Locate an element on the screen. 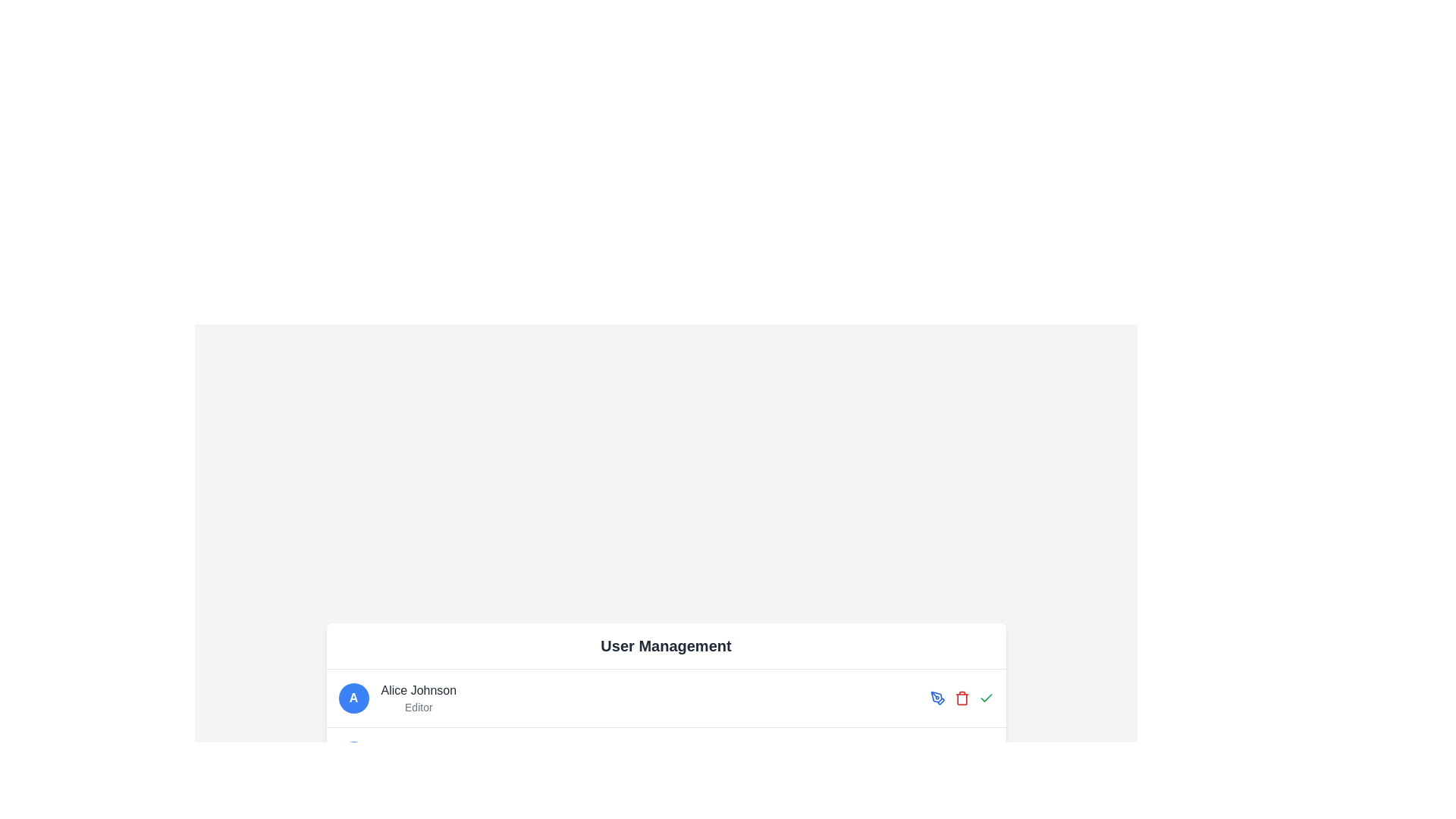 The width and height of the screenshot is (1456, 819). the interactive confirmation icon located in the lower-right corner of the layout is located at coordinates (986, 698).